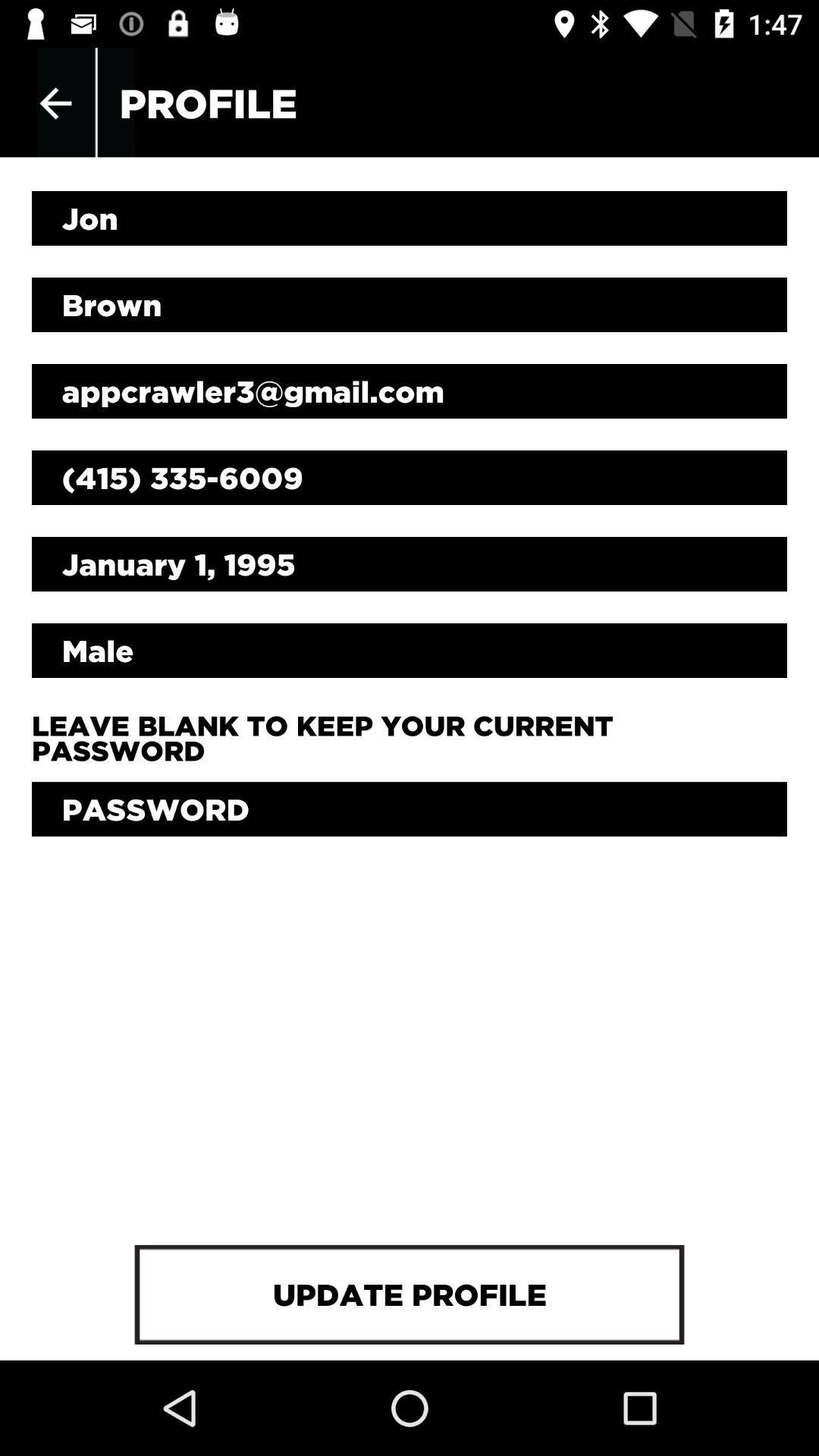 Image resolution: width=819 pixels, height=1456 pixels. What do you see at coordinates (409, 218) in the screenshot?
I see `icon above the brown item` at bounding box center [409, 218].